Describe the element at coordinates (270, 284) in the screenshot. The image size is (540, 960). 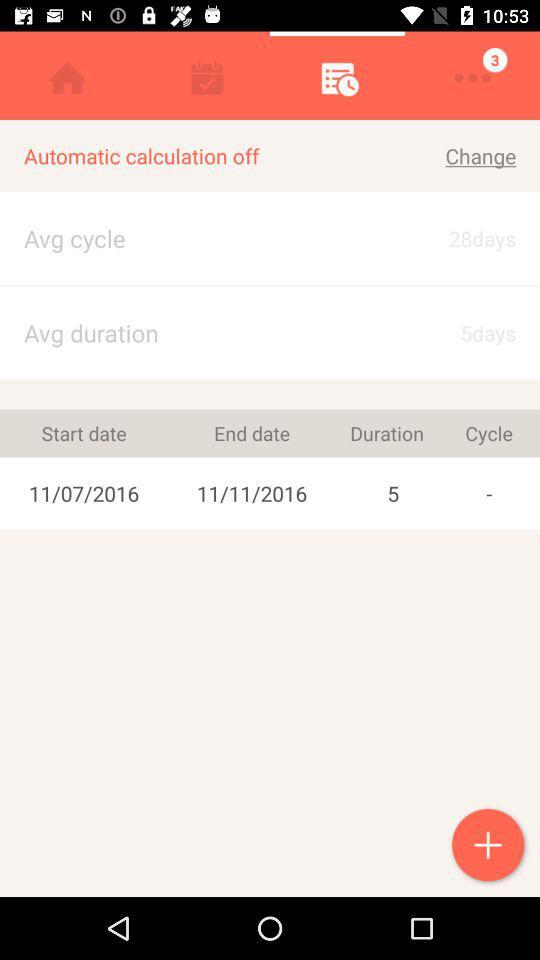
I see `app above avg duration icon` at that location.